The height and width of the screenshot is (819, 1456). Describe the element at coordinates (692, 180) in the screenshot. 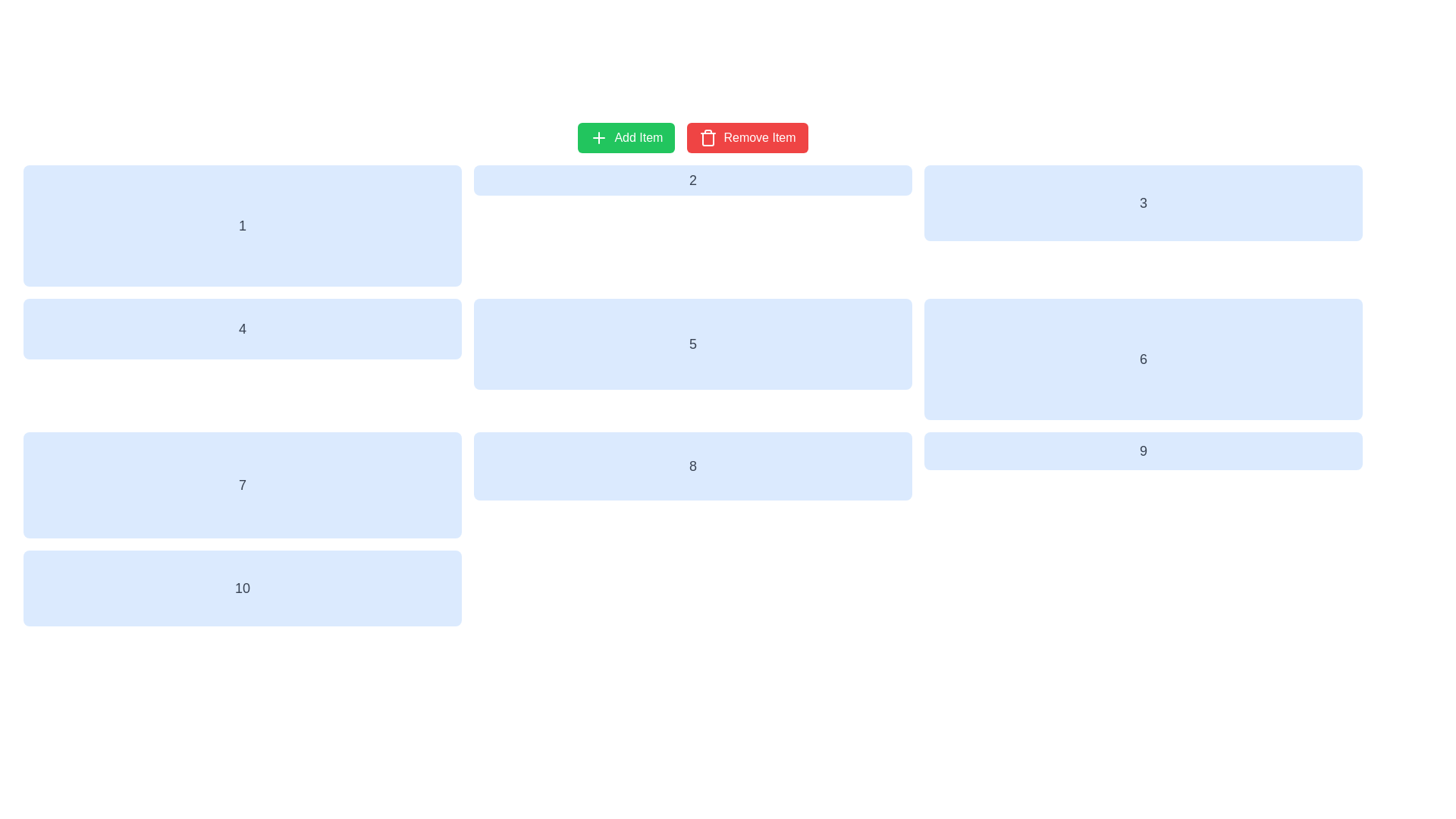

I see `the Label indicating the numerical value '2' in the grid layout, centrally positioned in the first row with '1' to its left and '3' to its right` at that location.